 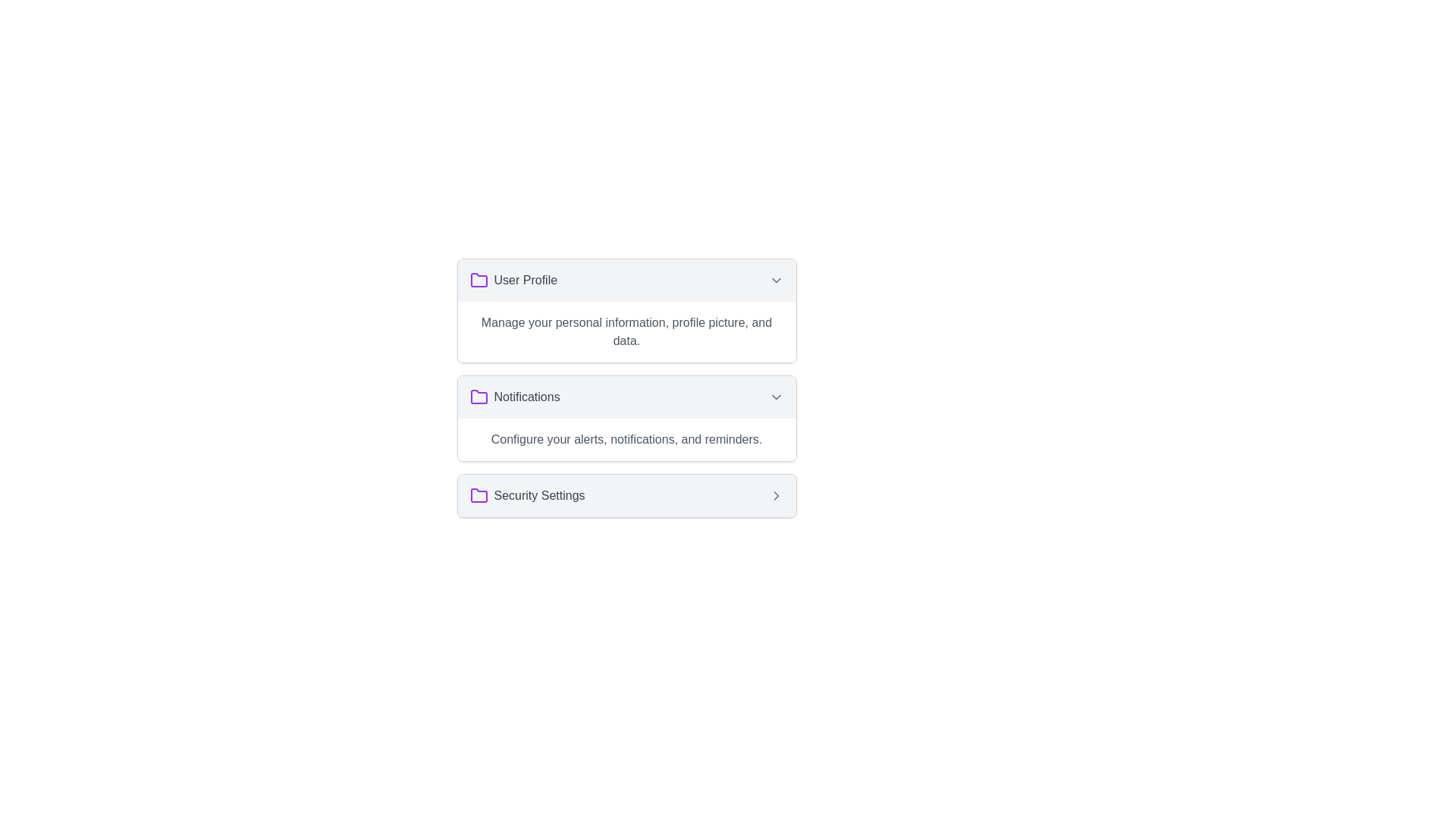 I want to click on description associated with the 'Notifications' text label, which is displayed in a gray font and is part of a layout segment with a folder icon beside it, so click(x=527, y=397).